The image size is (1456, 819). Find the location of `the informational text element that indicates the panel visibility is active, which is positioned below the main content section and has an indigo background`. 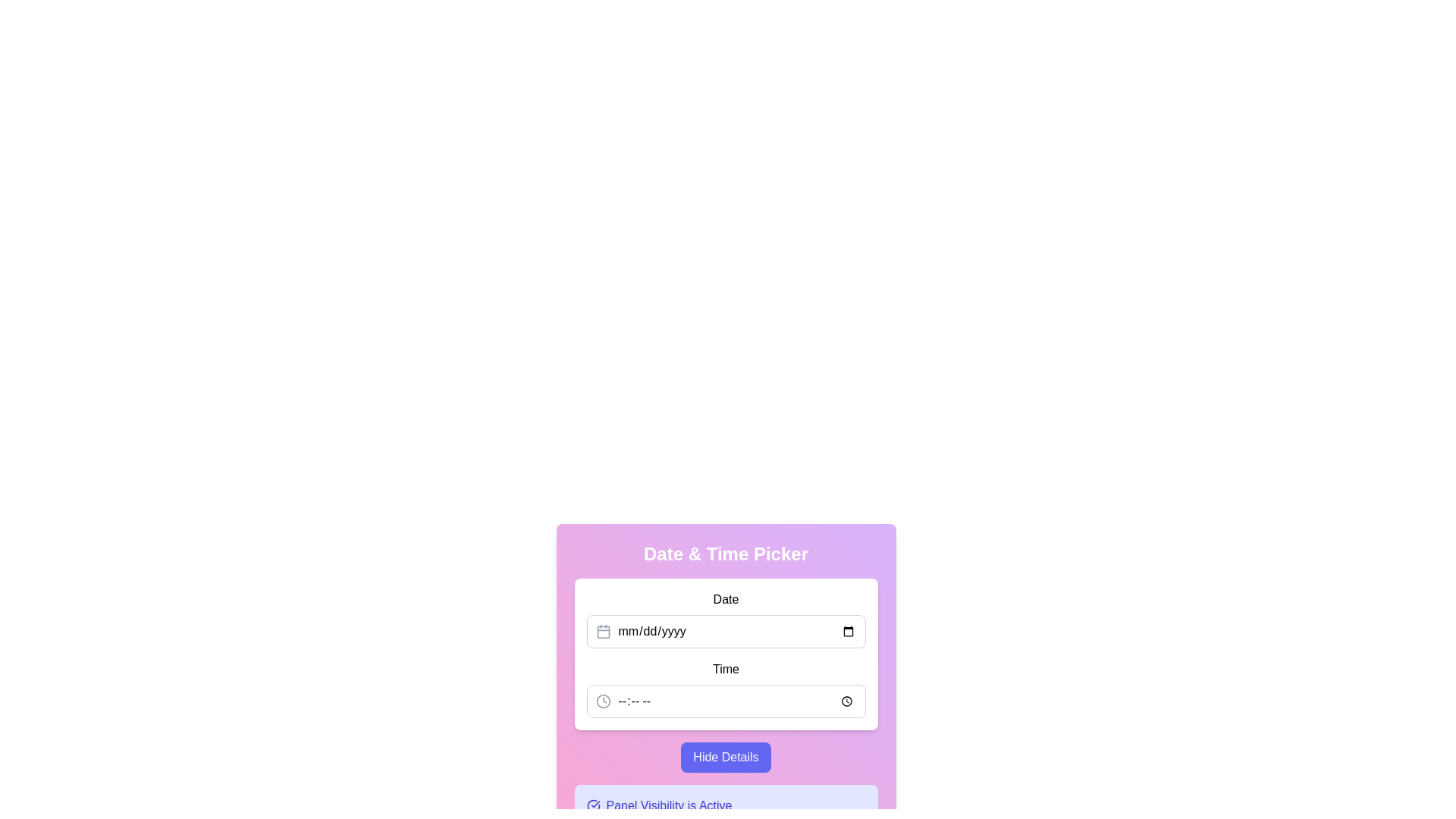

the informational text element that indicates the panel visibility is active, which is positioned below the main content section and has an indigo background is located at coordinates (725, 805).